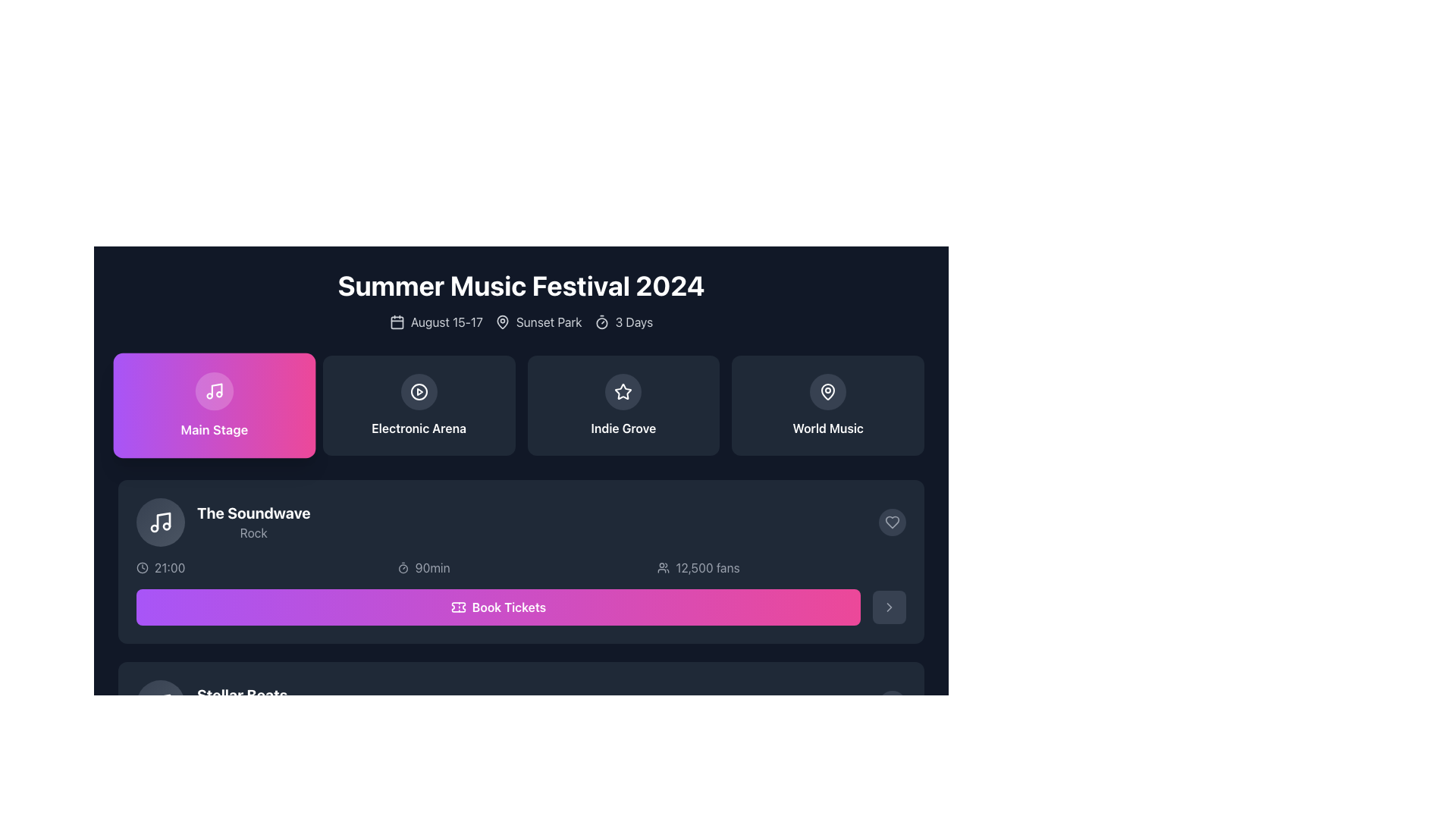 This screenshot has height=819, width=1456. Describe the element at coordinates (601, 321) in the screenshot. I see `the icon that visually complements the text '3 Days', which is located to the left of the text within the header section of the interface` at that location.